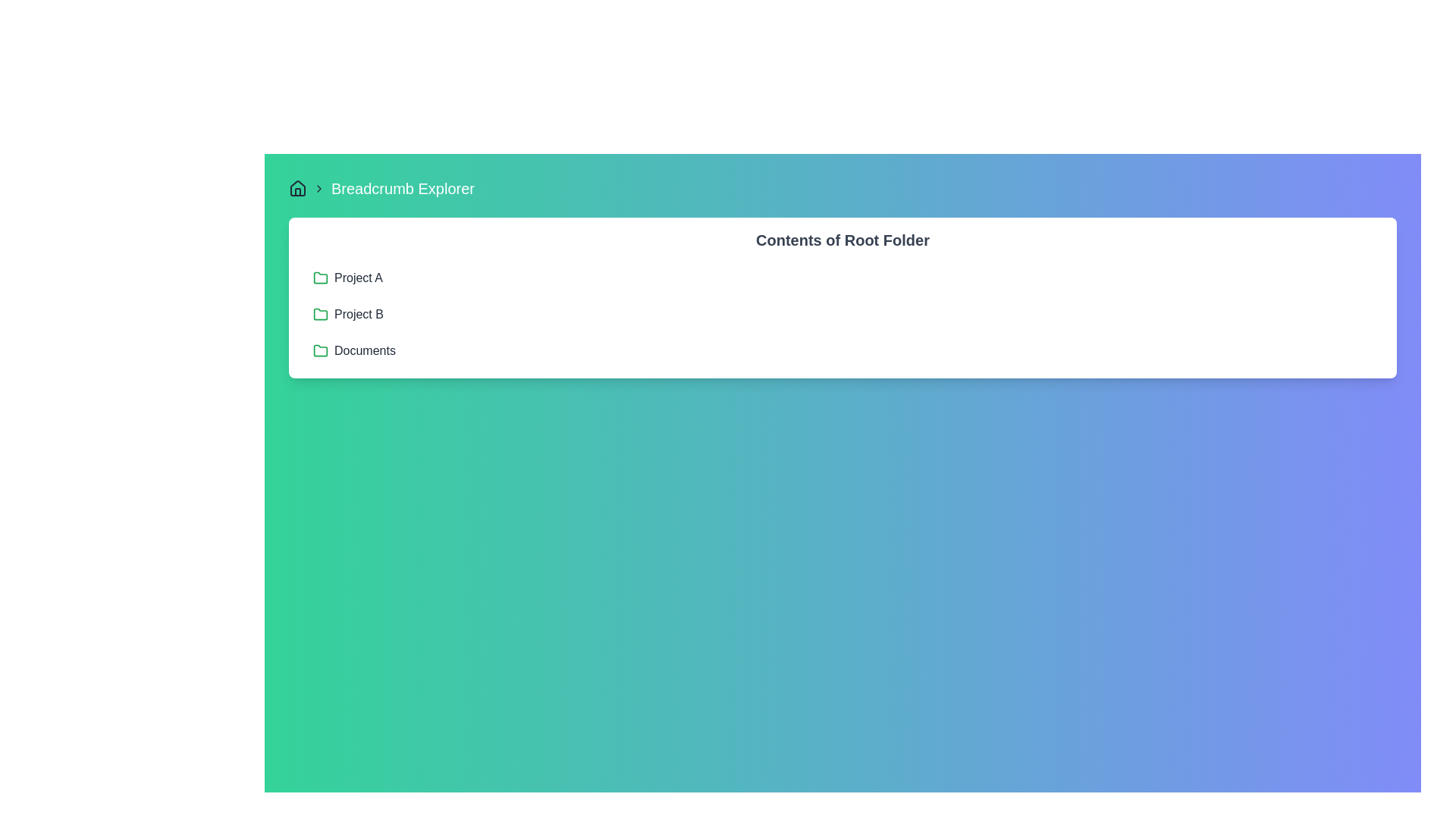 This screenshot has height=819, width=1456. What do you see at coordinates (319, 350) in the screenshot?
I see `the green folder icon representing 'Documents', which is the third item in the vertical list of folder icons located in the white card interface` at bounding box center [319, 350].